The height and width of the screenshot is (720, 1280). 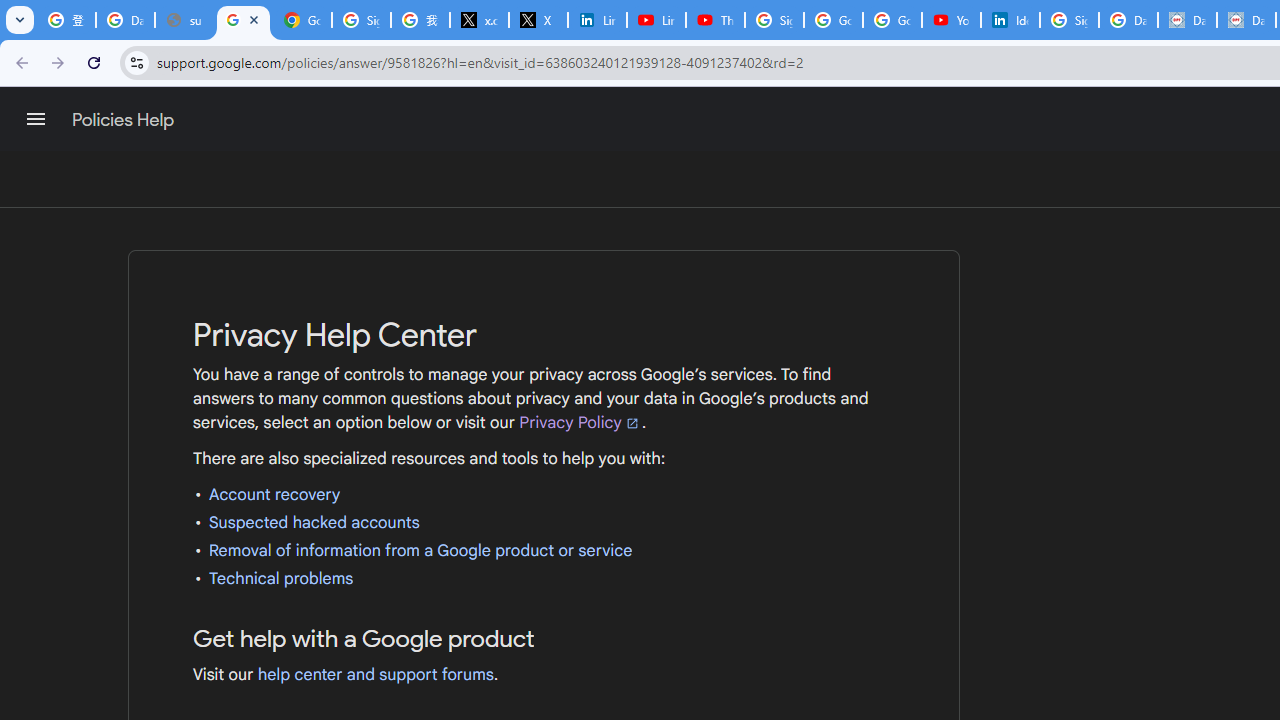 I want to click on 'Account recovery', so click(x=273, y=495).